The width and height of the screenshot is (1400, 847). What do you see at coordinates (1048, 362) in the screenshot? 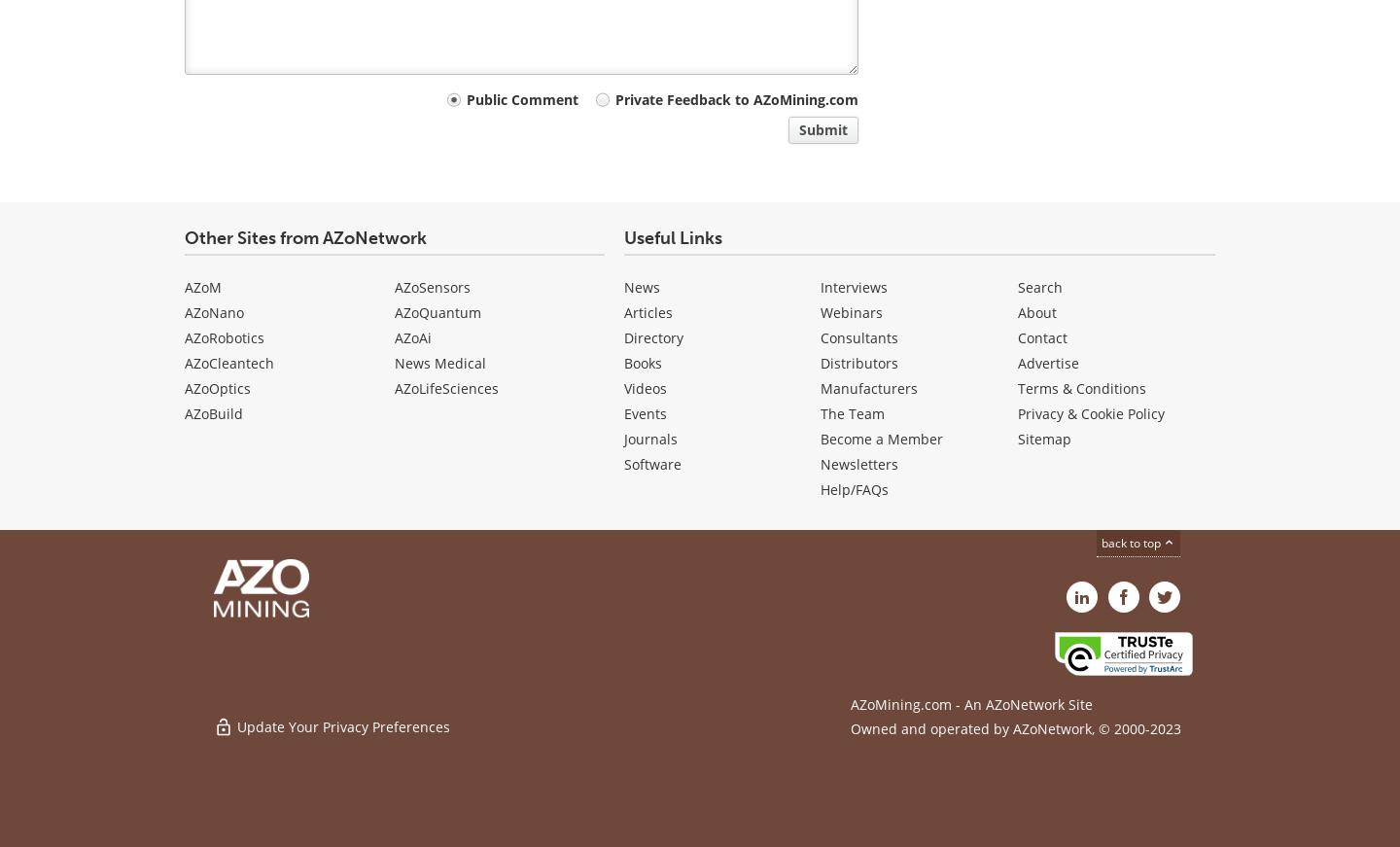
I see `'Advertise'` at bounding box center [1048, 362].